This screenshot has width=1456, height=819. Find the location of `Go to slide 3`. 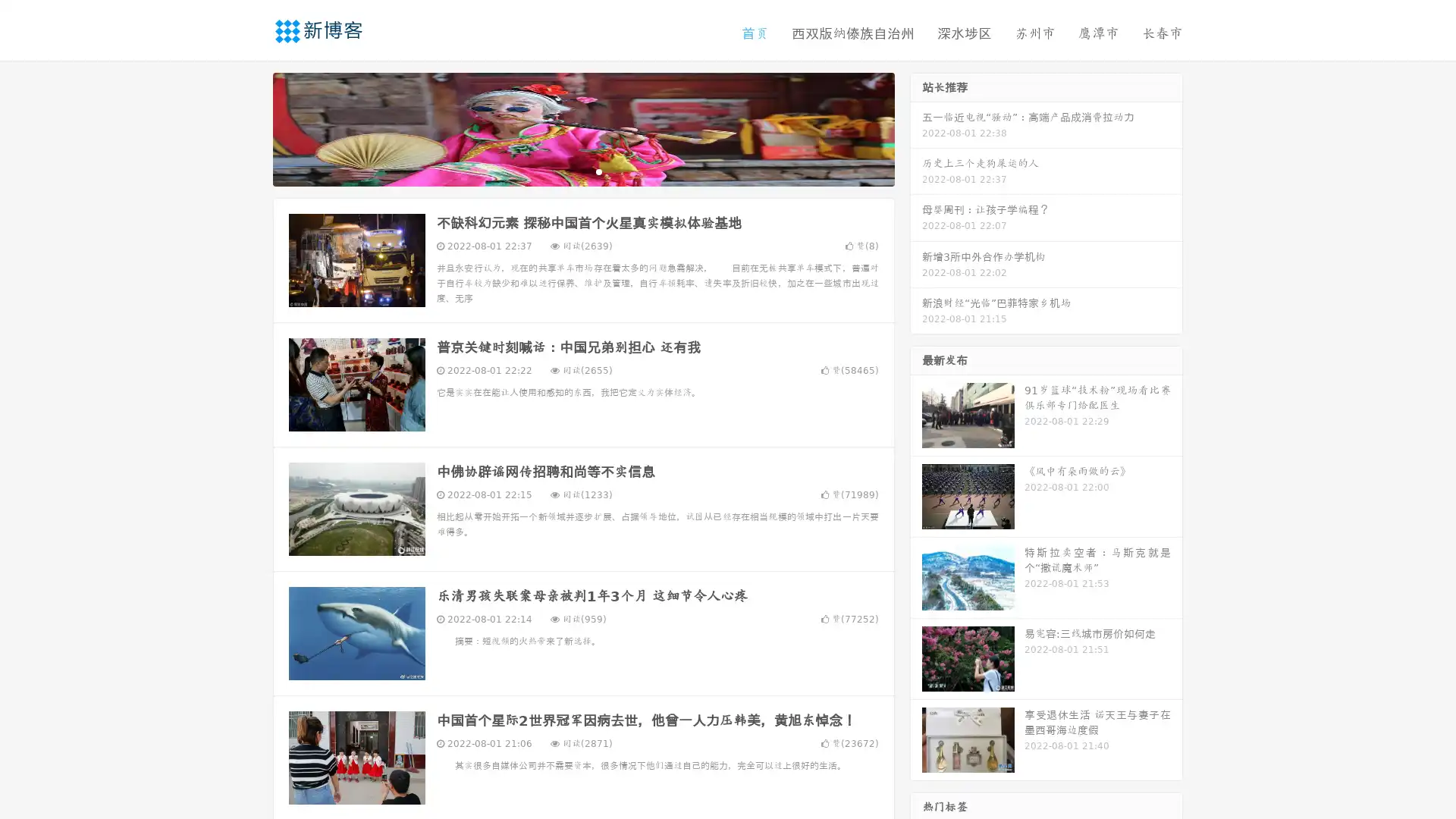

Go to slide 3 is located at coordinates (598, 171).